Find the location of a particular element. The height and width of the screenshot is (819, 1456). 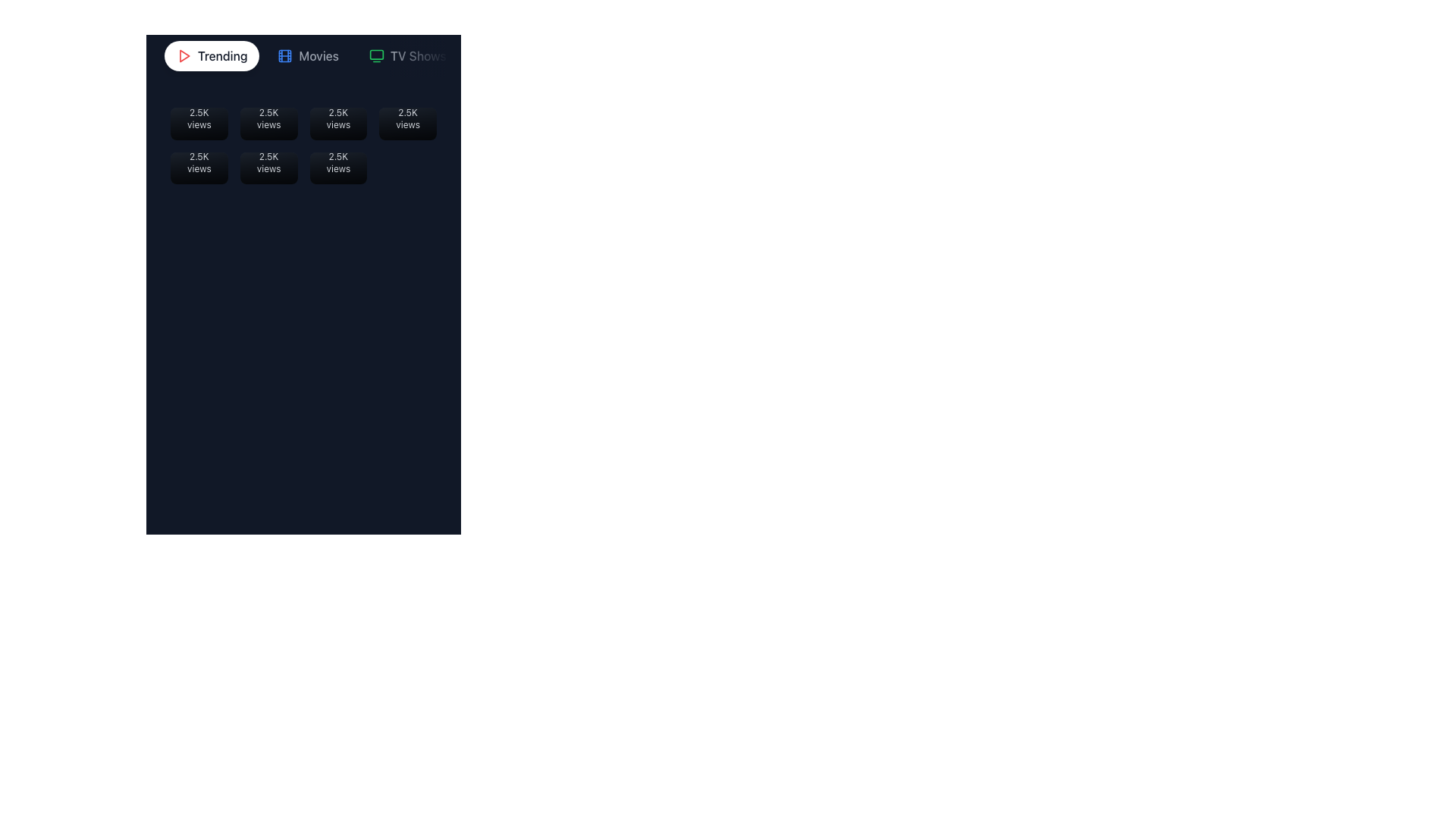

the navigational text label for the TV Shows section located at the top-right corner of the navigation bar, adjacent to the 'Movies' option is located at coordinates (418, 55).